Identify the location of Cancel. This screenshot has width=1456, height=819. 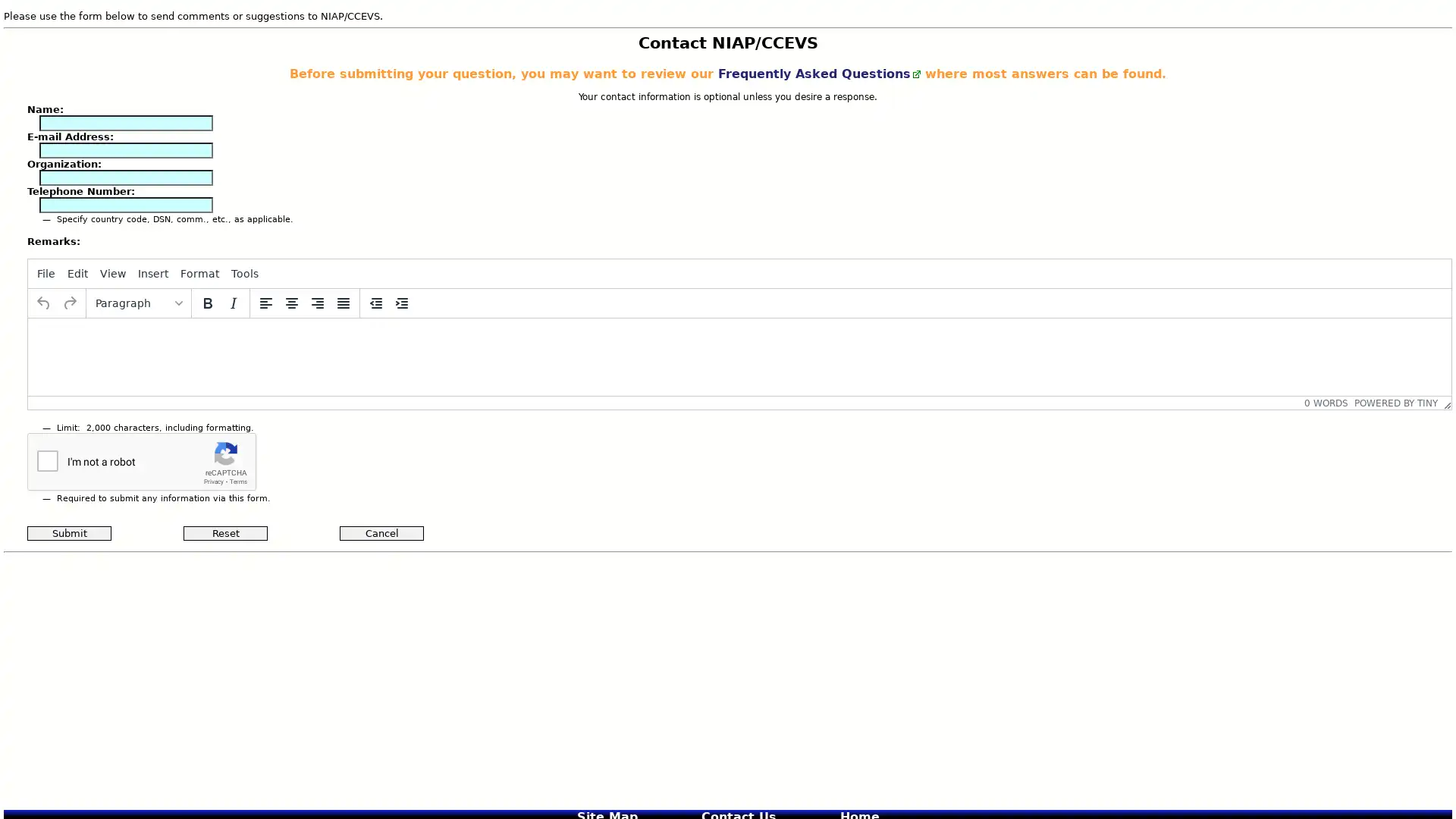
(381, 532).